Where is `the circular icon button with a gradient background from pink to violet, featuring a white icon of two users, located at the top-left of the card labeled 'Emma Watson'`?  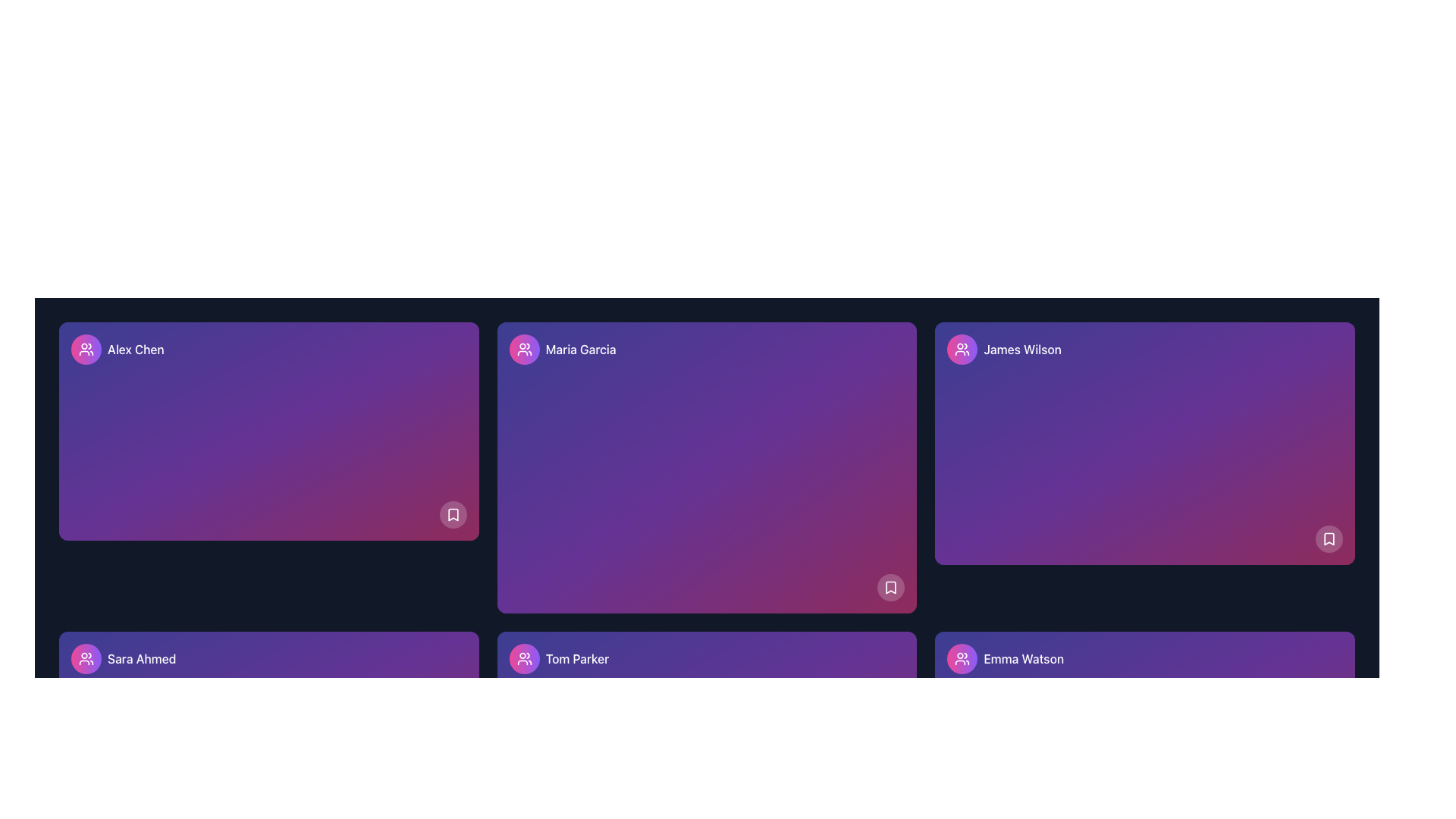 the circular icon button with a gradient background from pink to violet, featuring a white icon of two users, located at the top-left of the card labeled 'Emma Watson' is located at coordinates (962, 657).